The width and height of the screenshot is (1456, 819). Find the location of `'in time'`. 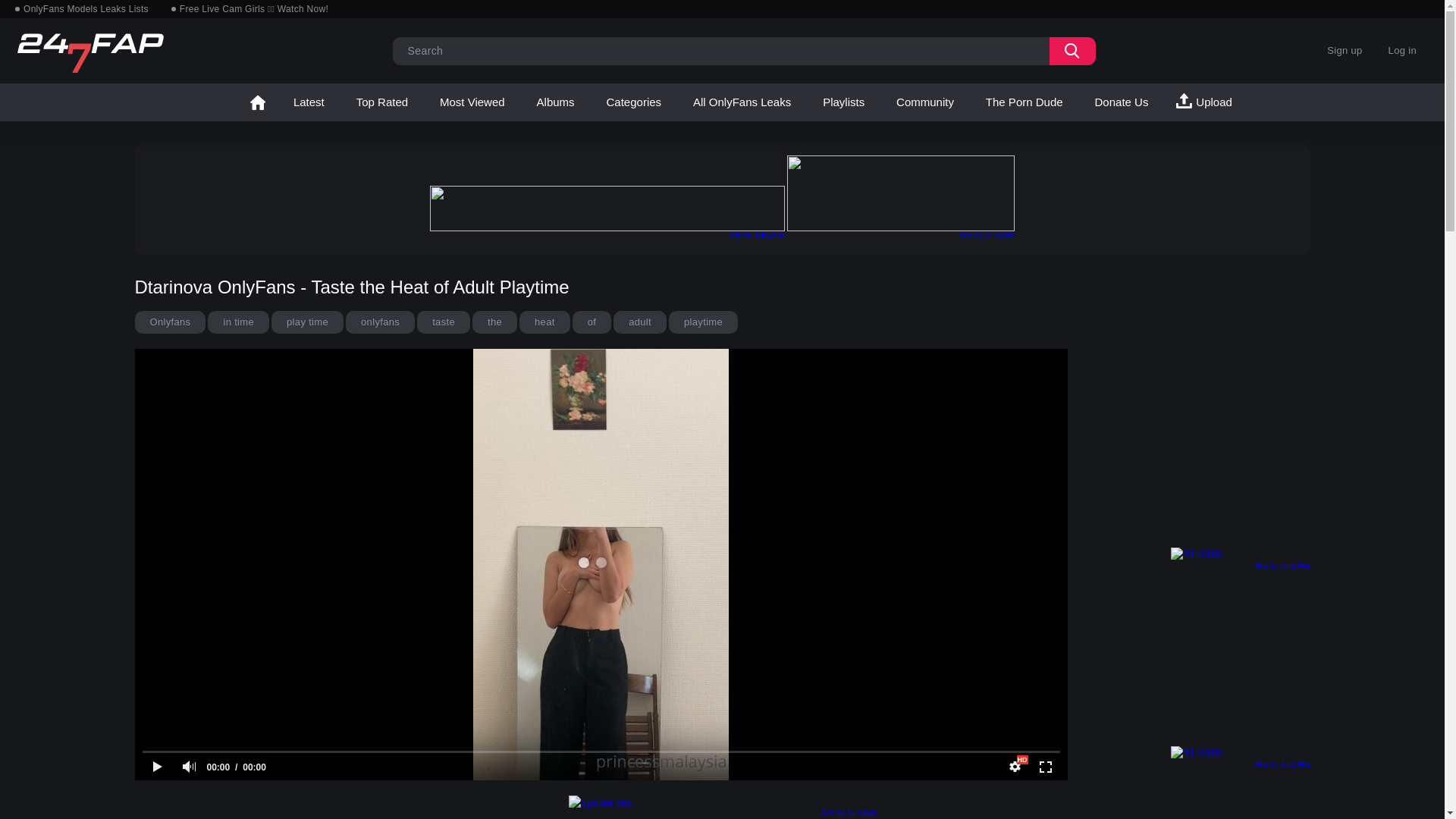

'in time' is located at coordinates (206, 321).